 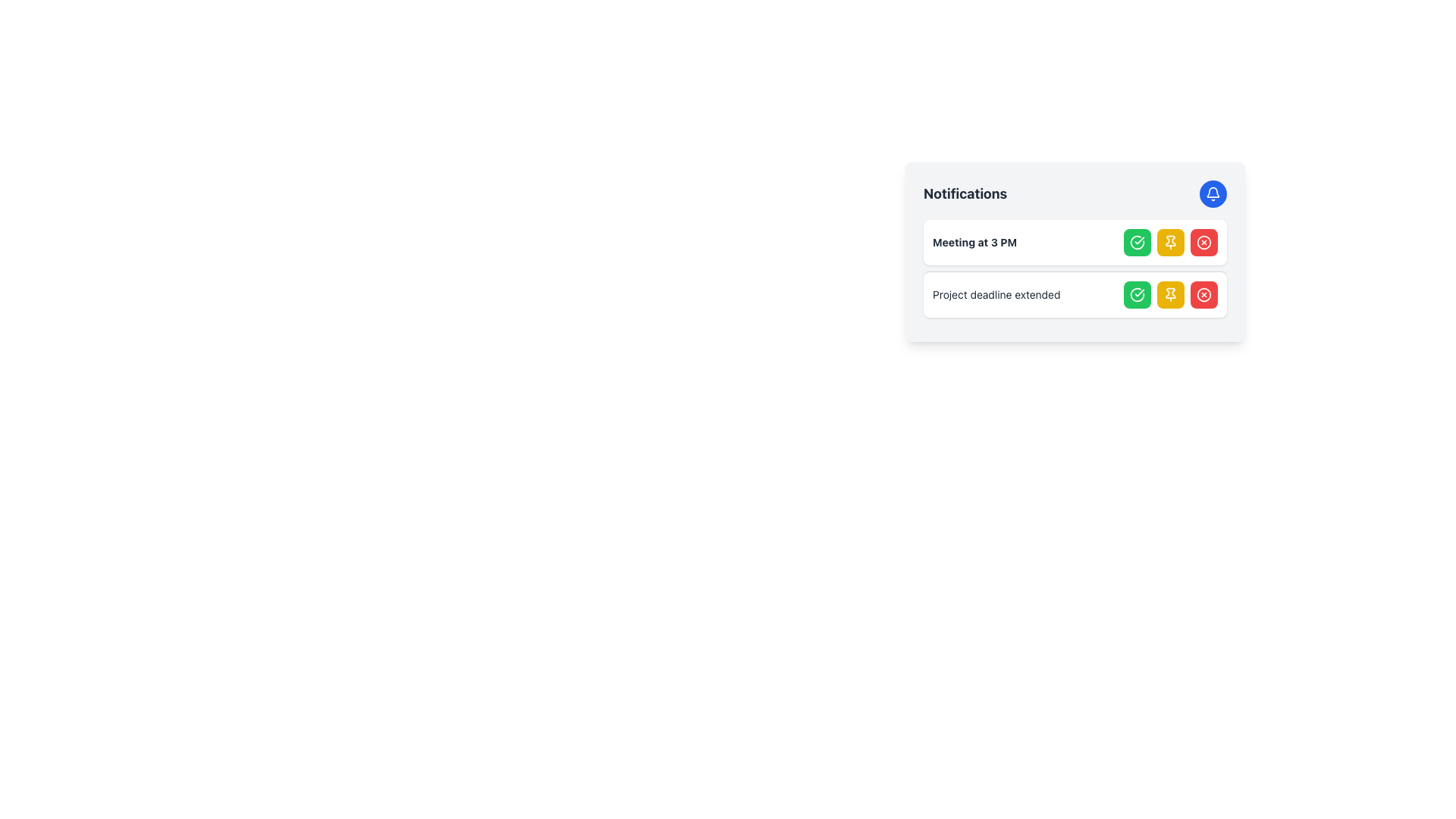 What do you see at coordinates (1137, 295) in the screenshot?
I see `the approval button located in the second notification row of the 'Notifications' card to mark the notification as completed` at bounding box center [1137, 295].